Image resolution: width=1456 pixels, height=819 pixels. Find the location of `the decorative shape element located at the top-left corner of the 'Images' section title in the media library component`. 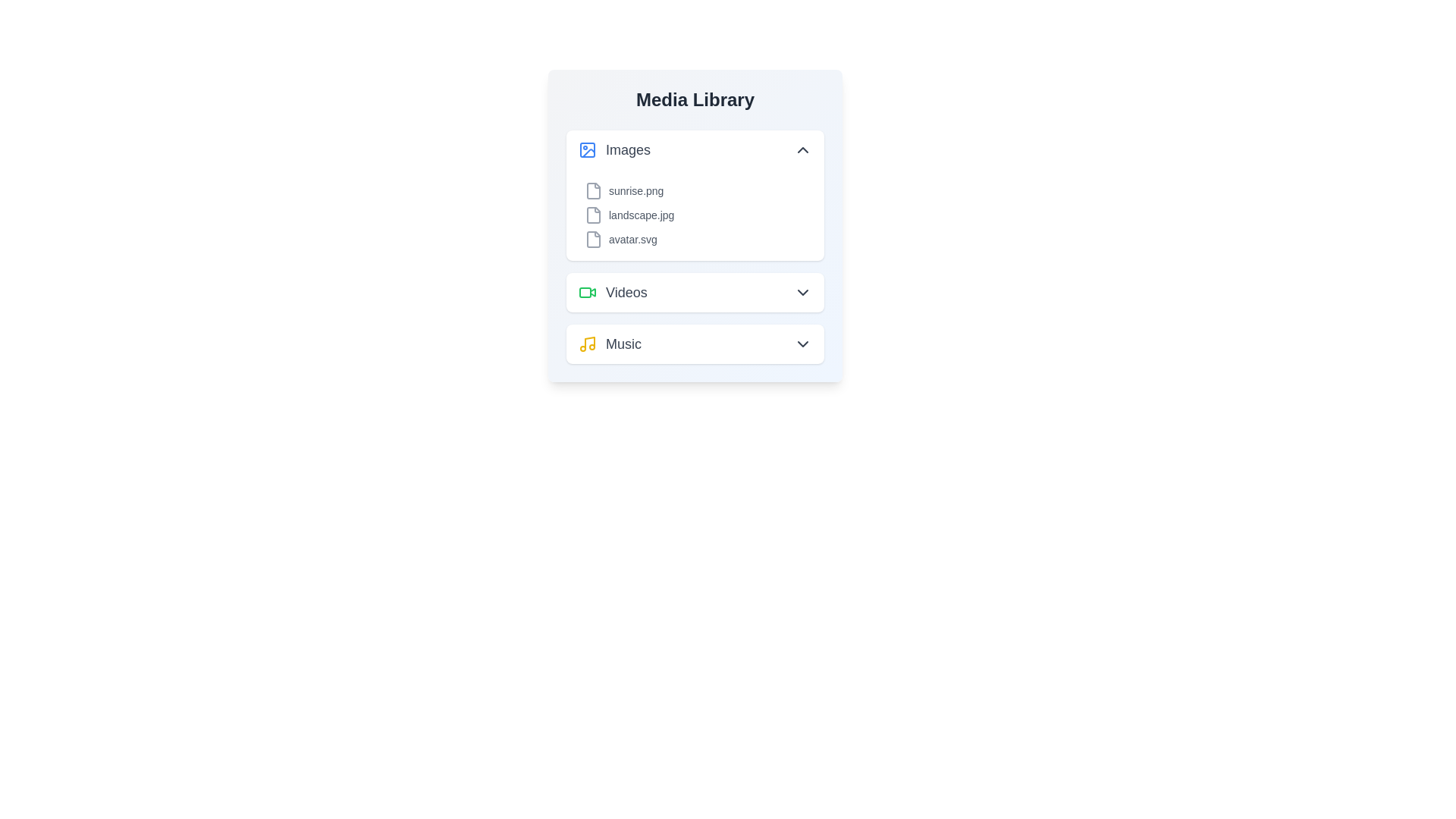

the decorative shape element located at the top-left corner of the 'Images' section title in the media library component is located at coordinates (586, 149).